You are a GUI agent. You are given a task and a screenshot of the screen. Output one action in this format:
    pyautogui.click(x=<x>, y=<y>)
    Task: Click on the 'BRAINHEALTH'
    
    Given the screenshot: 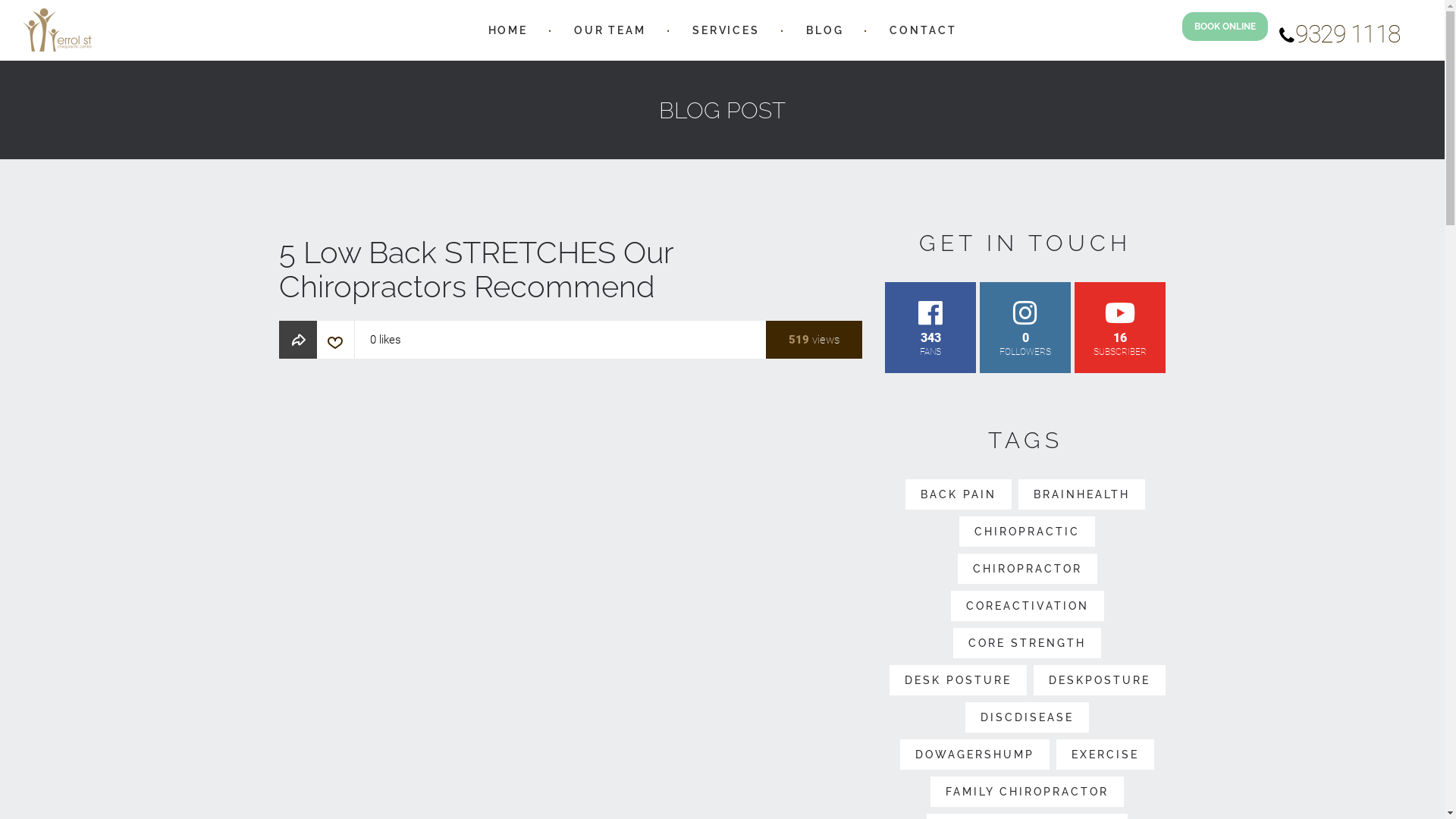 What is the action you would take?
    pyautogui.click(x=1081, y=494)
    